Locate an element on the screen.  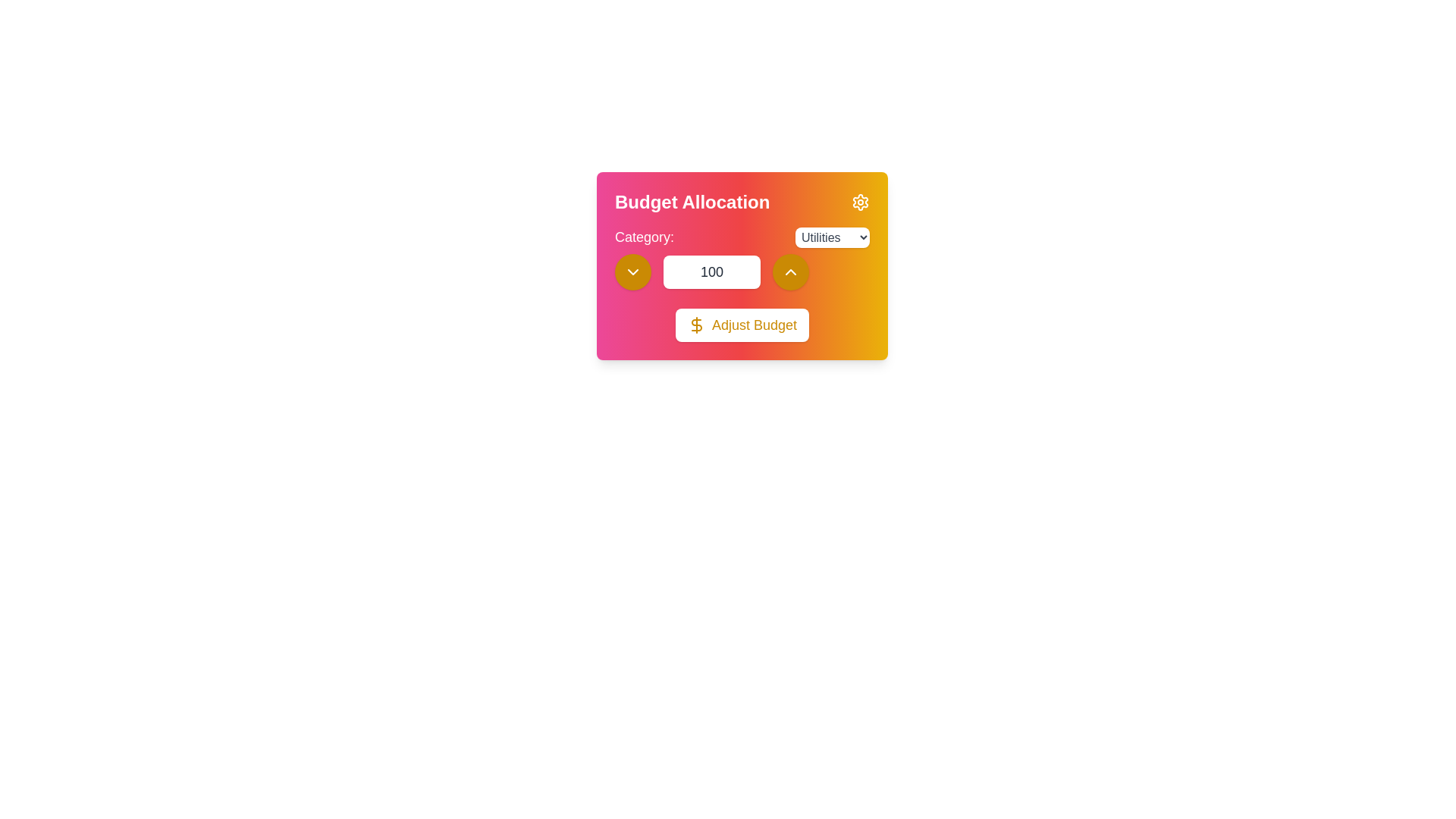
the prominent button labeled 'Adjust Budget' with yellow text and a dollar symbol icon is located at coordinates (742, 324).